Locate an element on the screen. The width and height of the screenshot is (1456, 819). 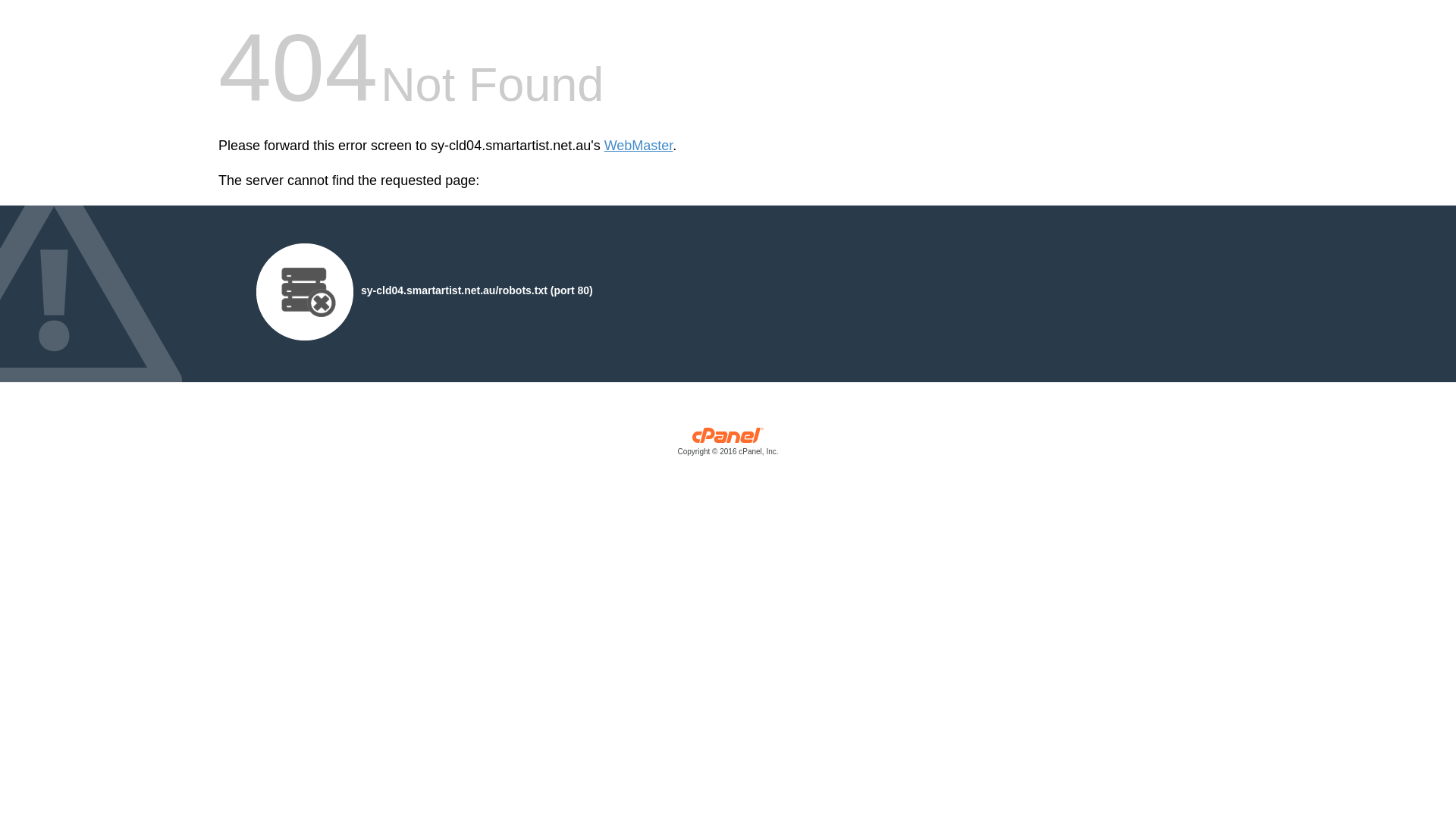
'WebMaster' is located at coordinates (603, 146).